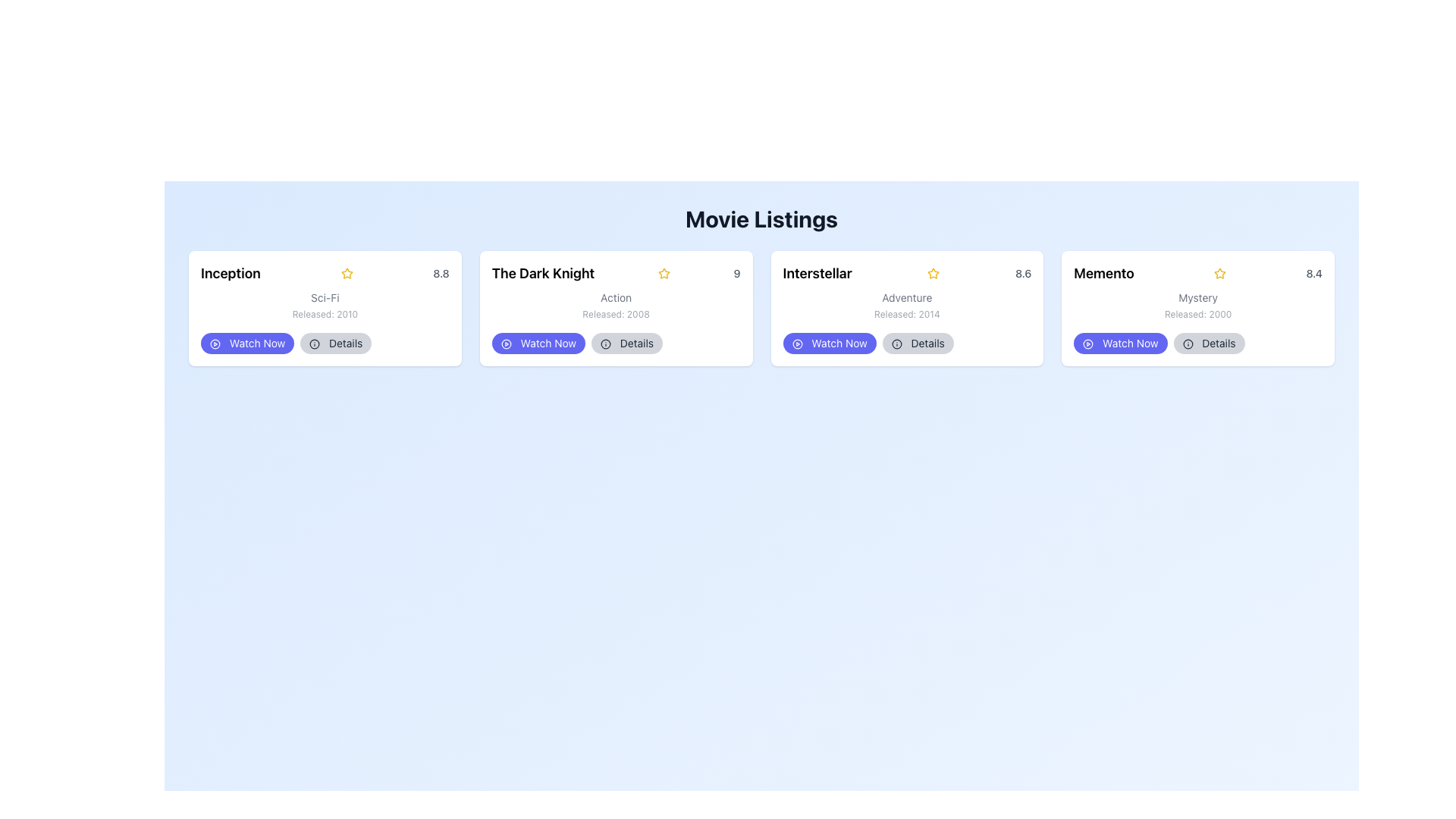 This screenshot has height=819, width=1456. What do you see at coordinates (538, 343) in the screenshot?
I see `the 'Watch Now' button, which has a rounded rectangular shape with white text on a purple background and a circular play icon on the left` at bounding box center [538, 343].